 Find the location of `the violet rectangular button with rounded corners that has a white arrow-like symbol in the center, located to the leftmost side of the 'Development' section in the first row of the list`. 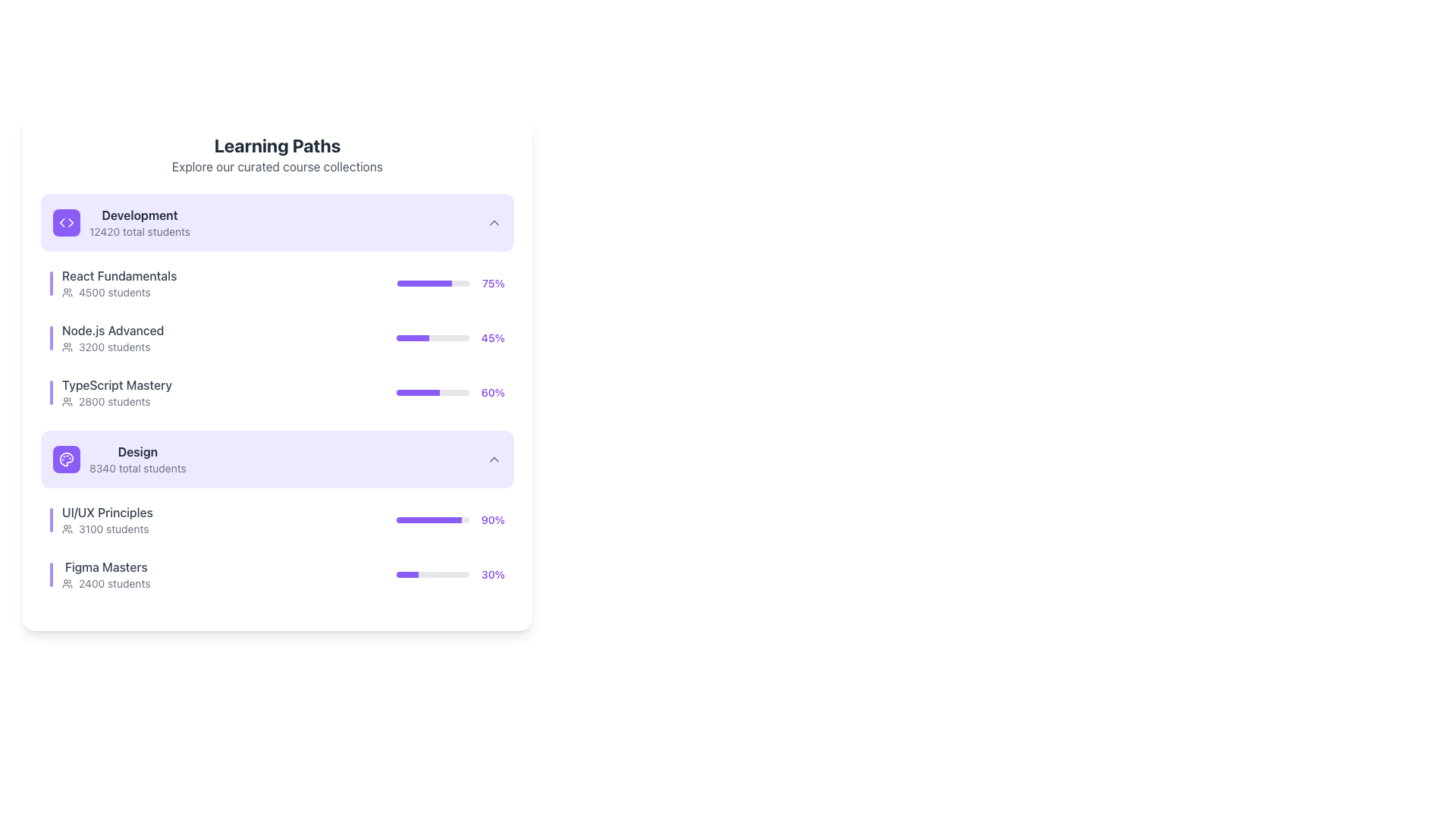

the violet rectangular button with rounded corners that has a white arrow-like symbol in the center, located to the leftmost side of the 'Development' section in the first row of the list is located at coordinates (65, 222).